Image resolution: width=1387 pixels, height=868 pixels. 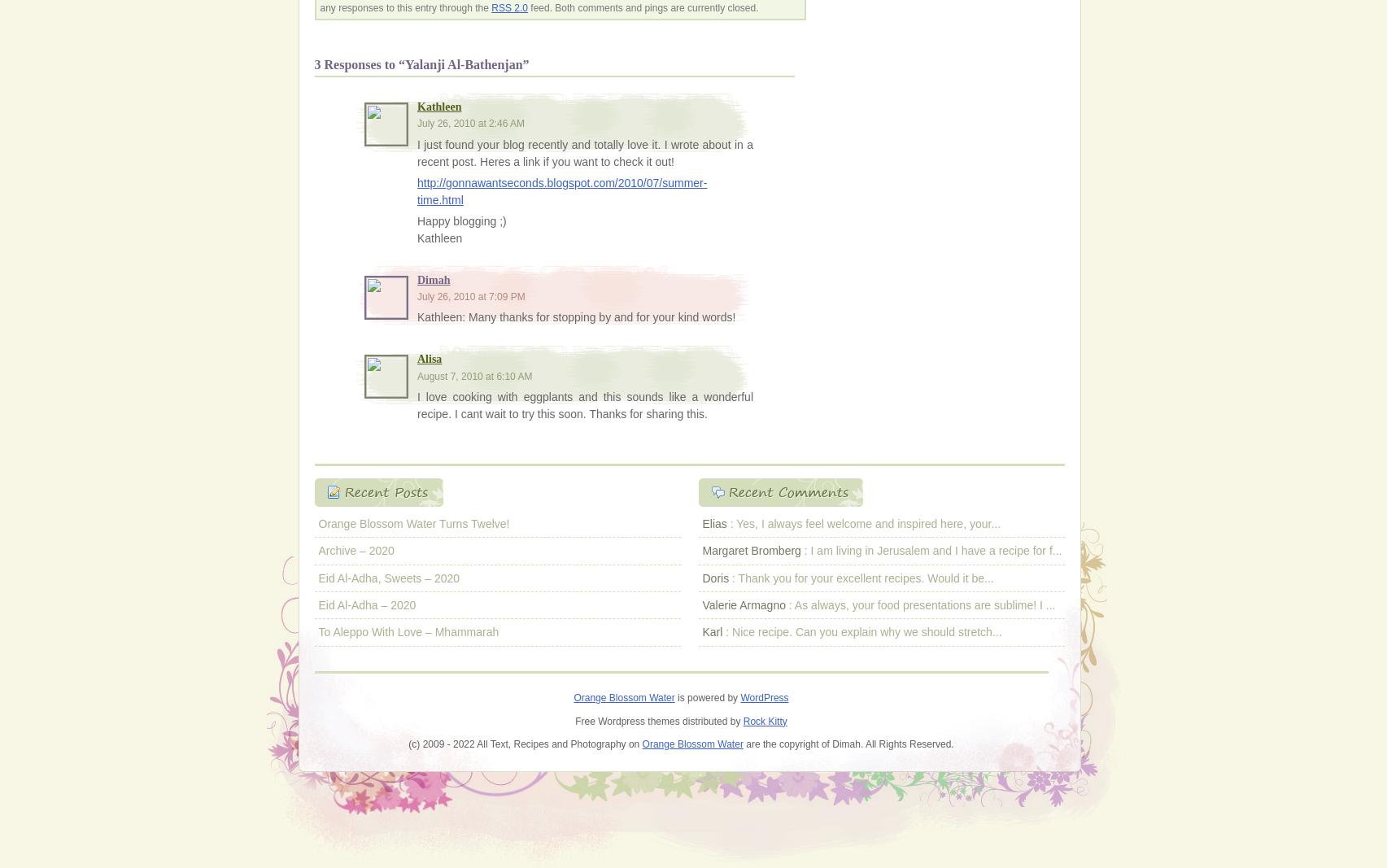 I want to click on ': Nice recipe. Can you explain why we should stretch...', so click(x=861, y=630).